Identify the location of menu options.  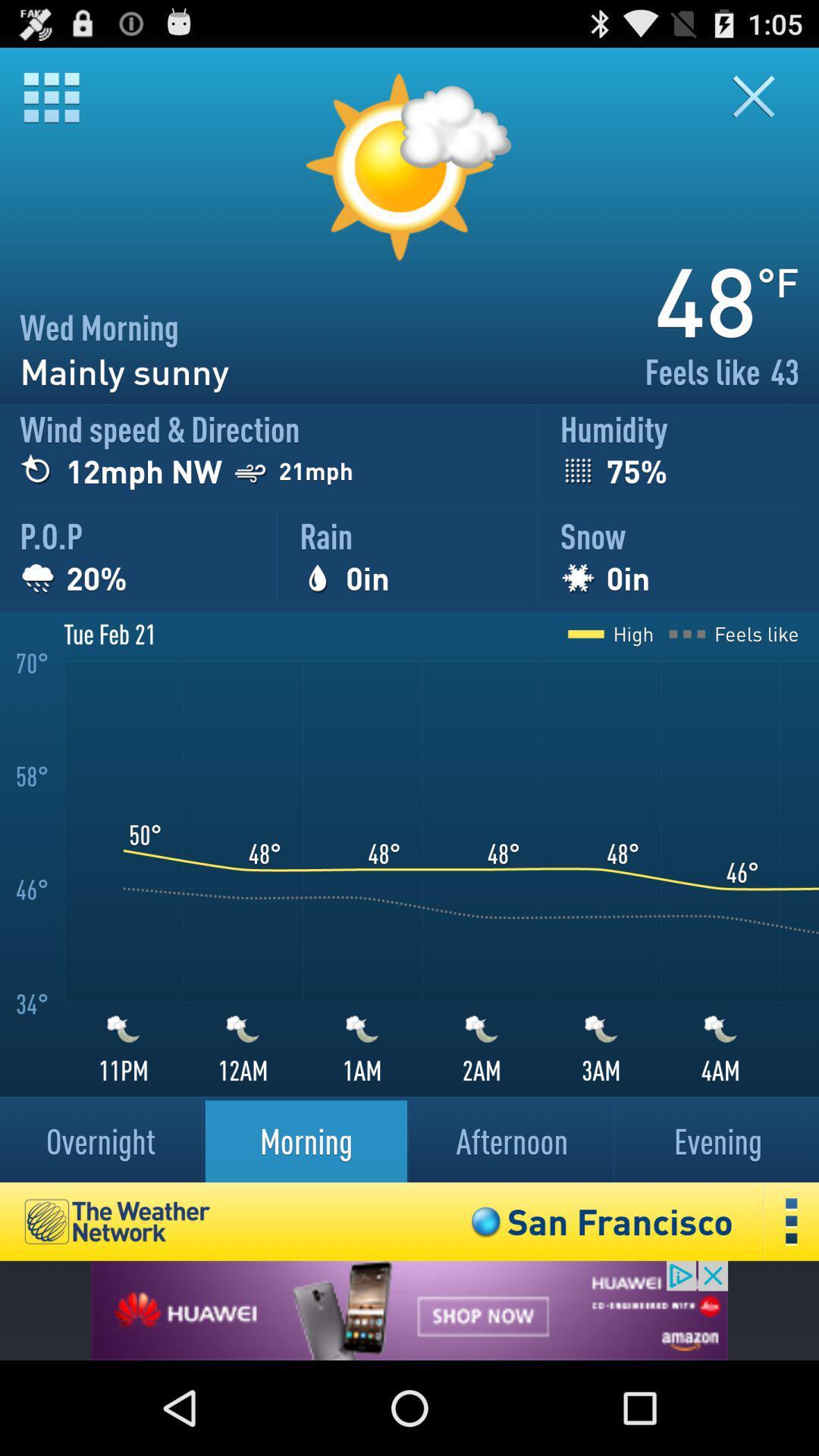
(50, 96).